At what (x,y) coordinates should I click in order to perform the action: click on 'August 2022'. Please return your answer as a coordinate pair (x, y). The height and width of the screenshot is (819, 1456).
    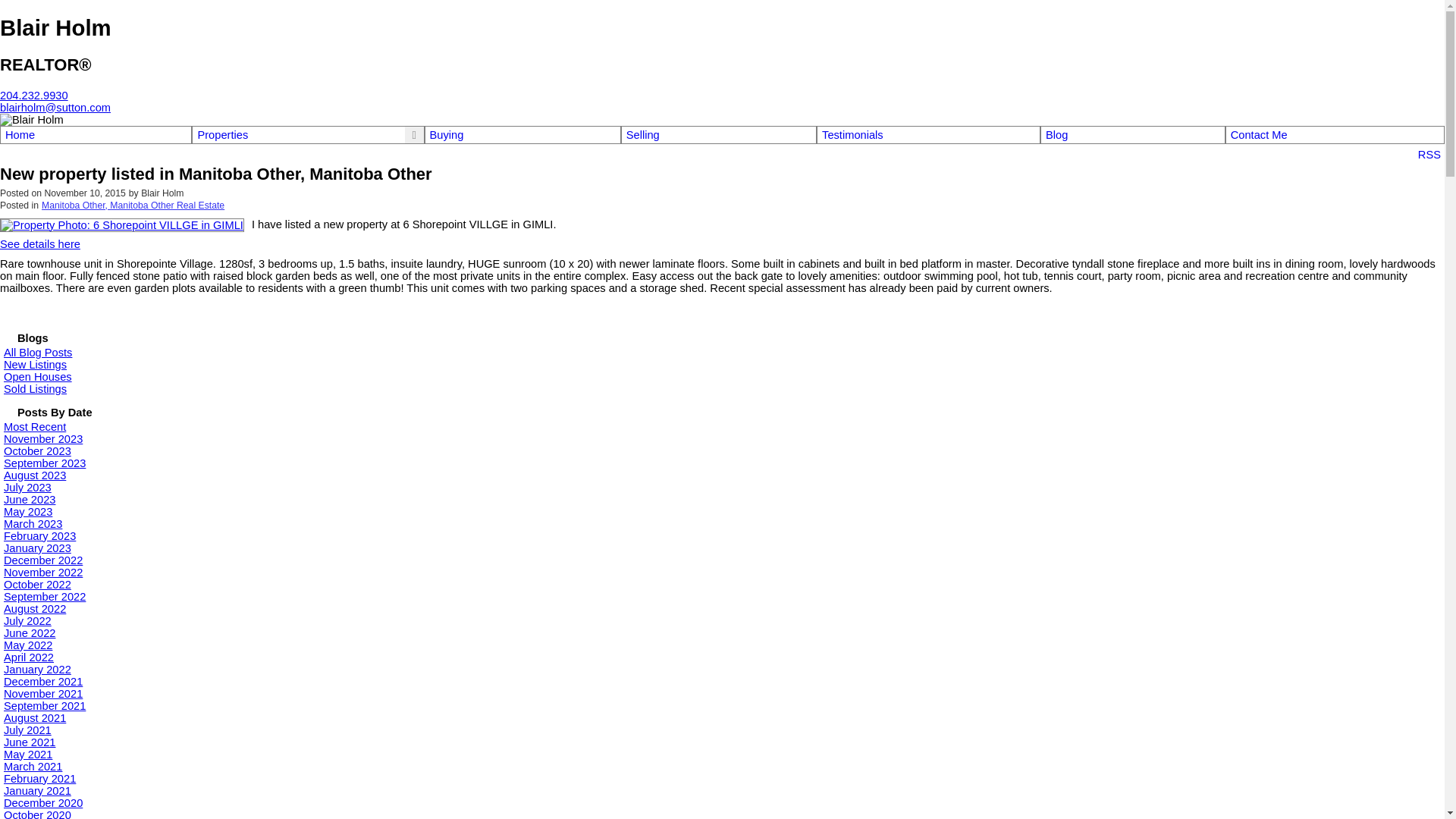
    Looking at the image, I should click on (35, 607).